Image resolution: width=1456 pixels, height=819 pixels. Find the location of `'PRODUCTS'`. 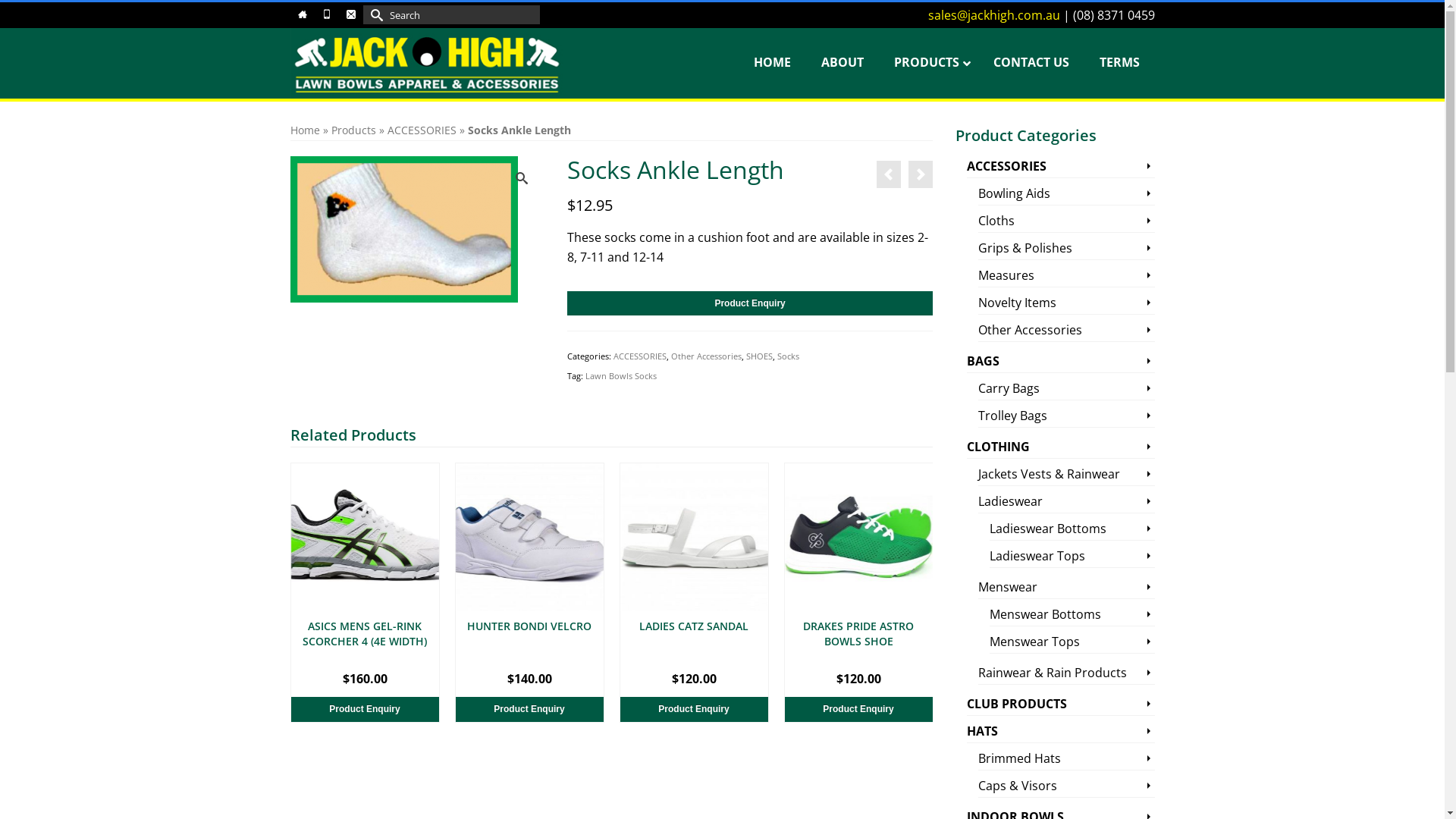

'PRODUCTS' is located at coordinates (927, 61).